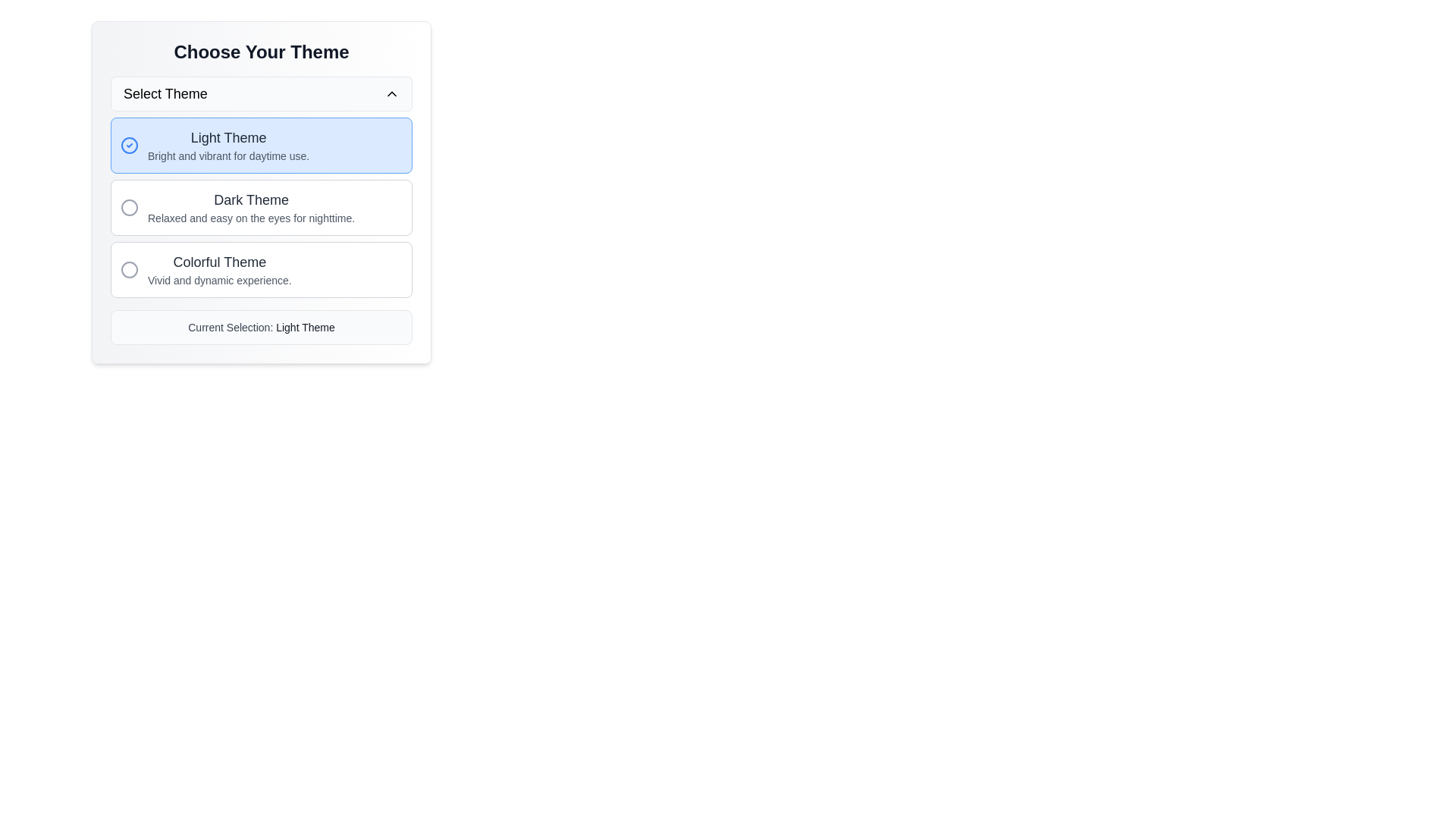 The height and width of the screenshot is (819, 1456). I want to click on the Informational display panel which shows 'Current Selection: Light Theme' with 'Light Theme' in bold, located below the theme options list in the 'Choose Your Theme' section, so click(262, 327).